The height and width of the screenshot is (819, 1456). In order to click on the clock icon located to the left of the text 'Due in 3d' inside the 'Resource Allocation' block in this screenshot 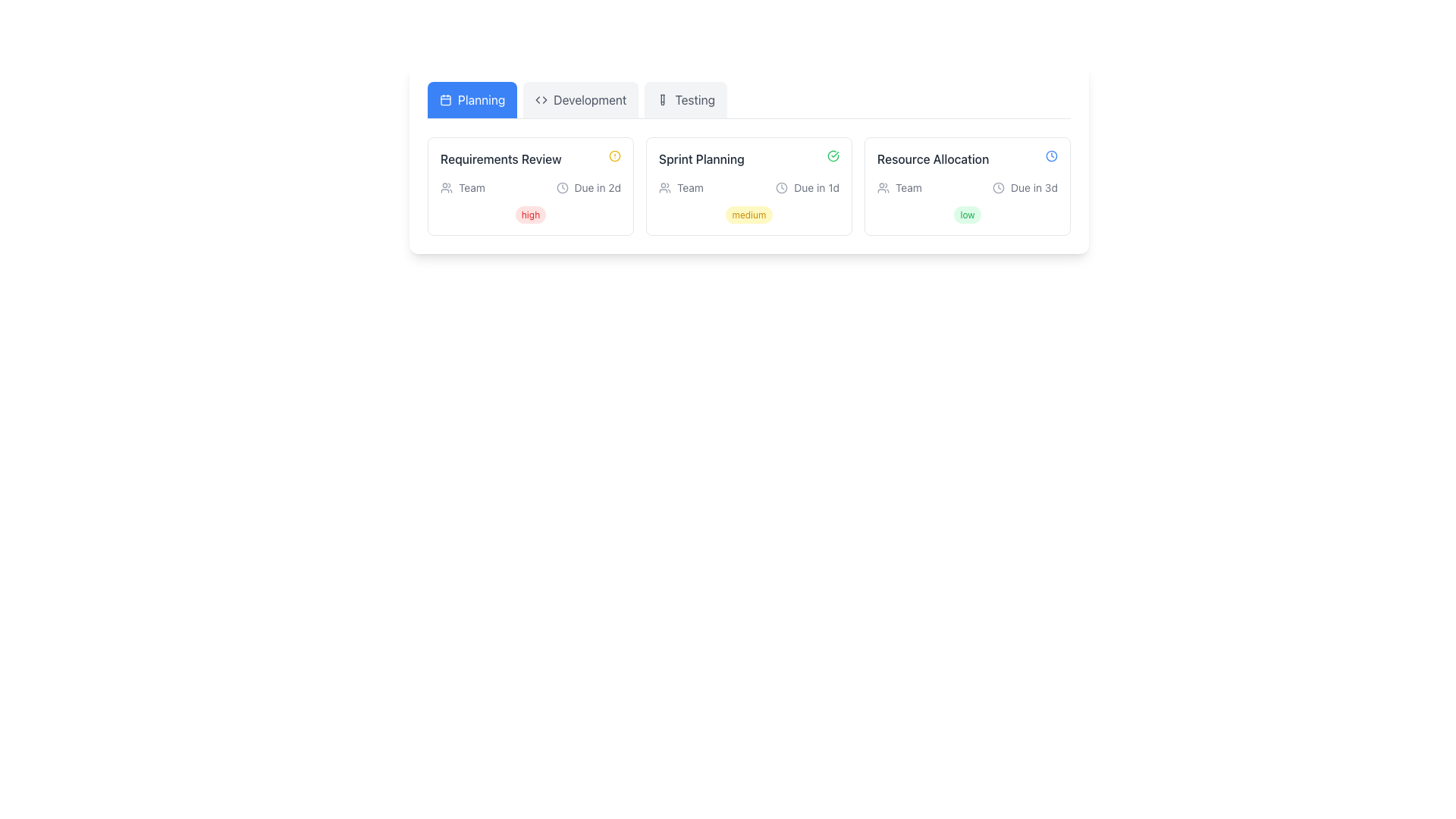, I will do `click(999, 187)`.